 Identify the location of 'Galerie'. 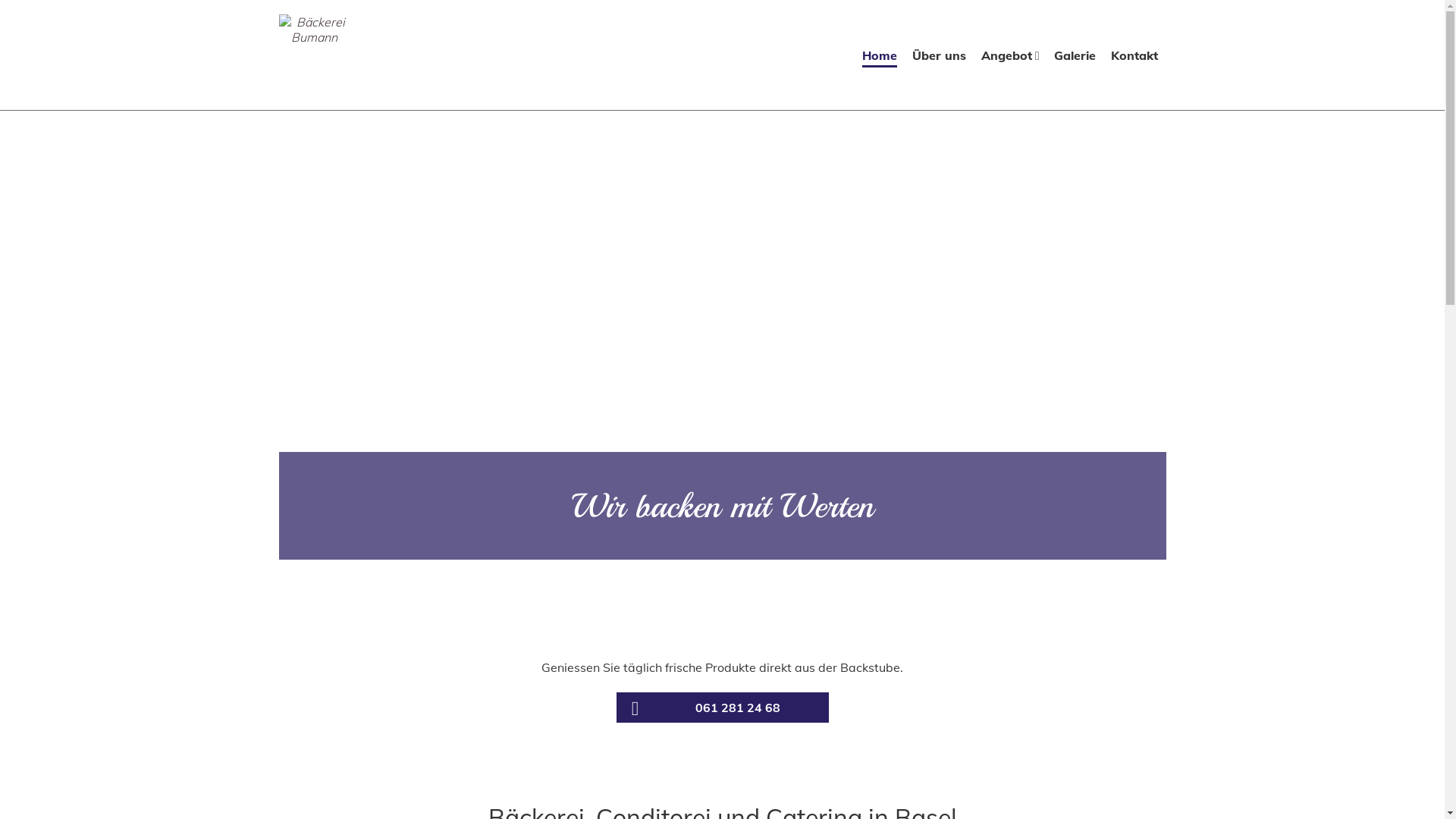
(1074, 57).